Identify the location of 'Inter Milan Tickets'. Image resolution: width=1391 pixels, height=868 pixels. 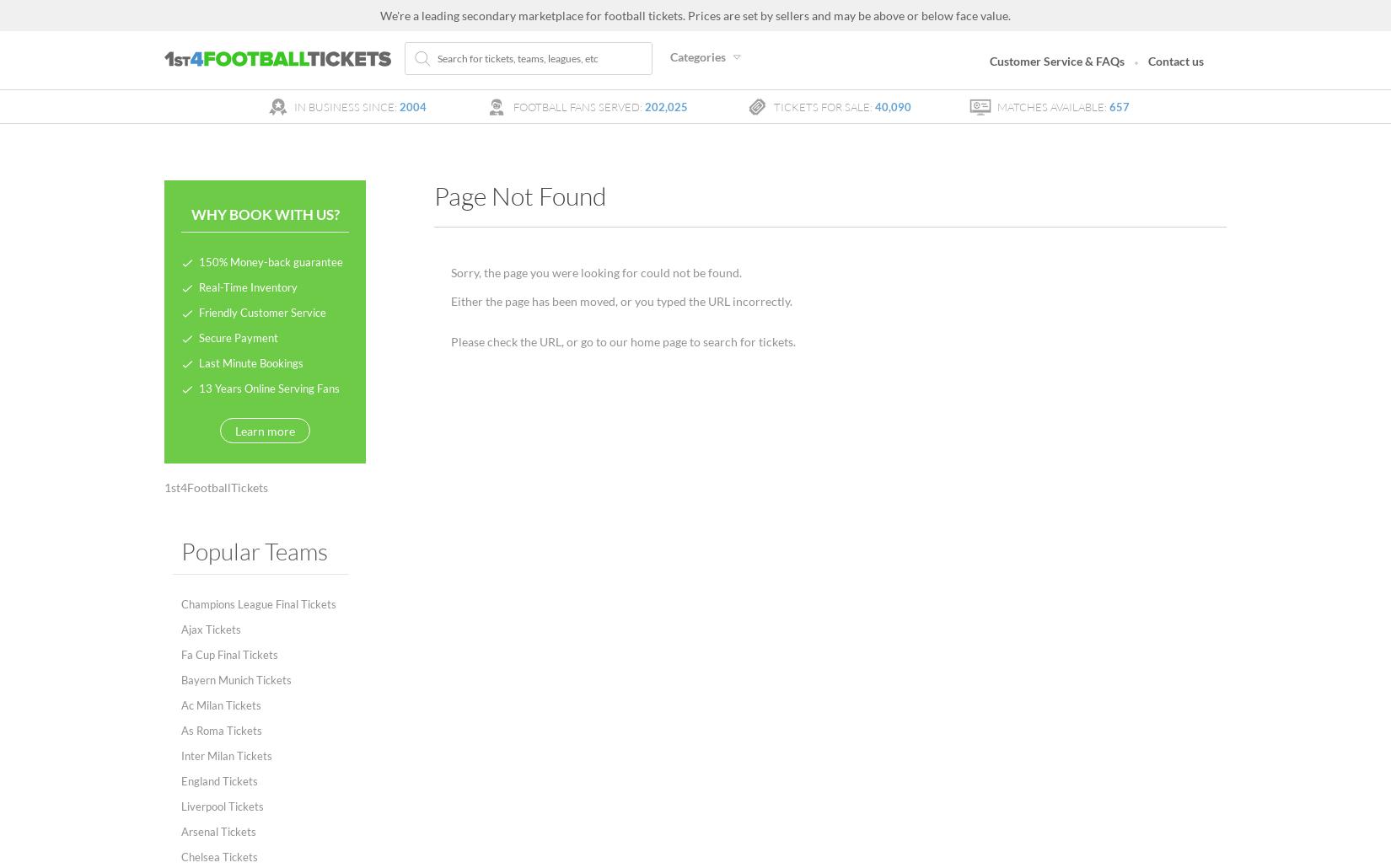
(226, 756).